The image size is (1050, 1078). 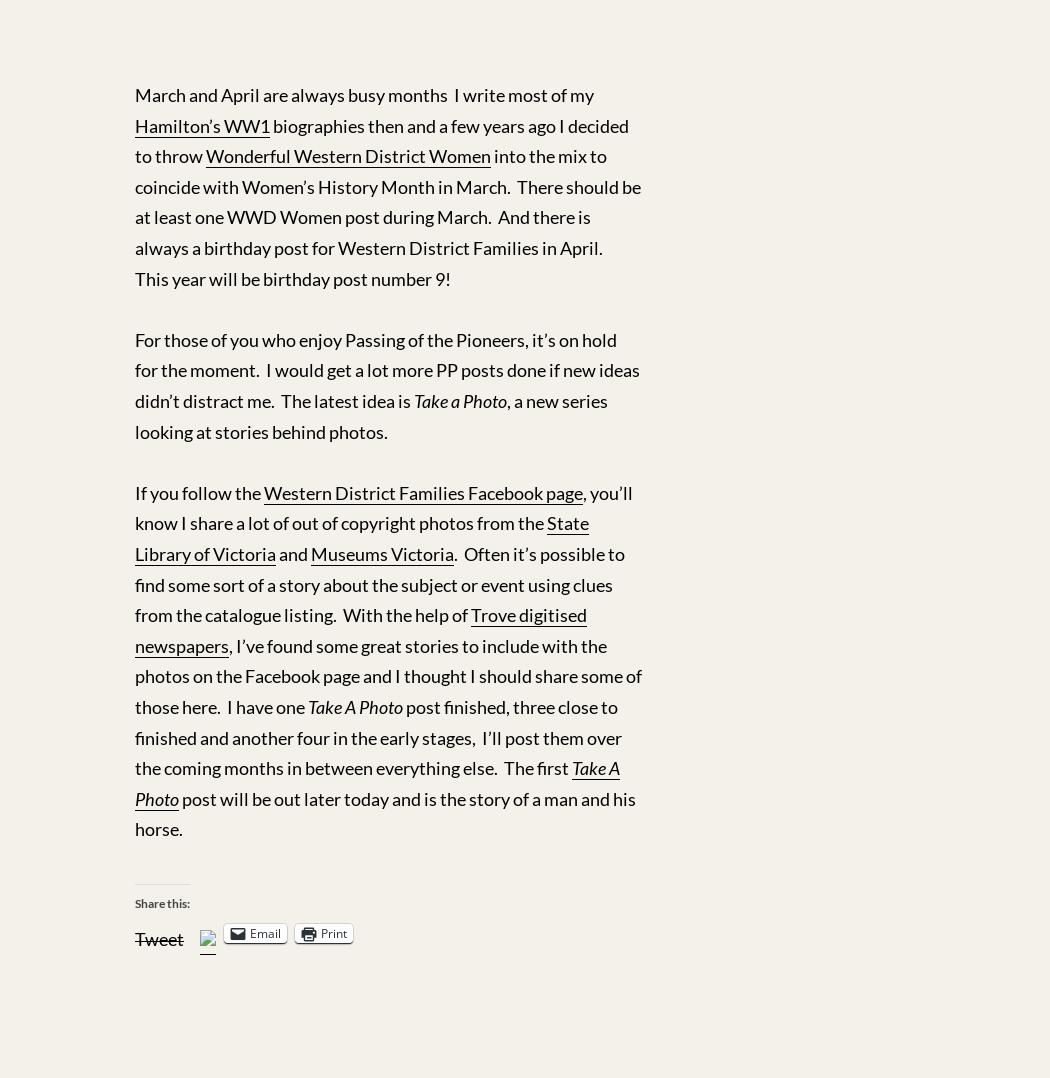 I want to click on 'Print', so click(x=334, y=931).